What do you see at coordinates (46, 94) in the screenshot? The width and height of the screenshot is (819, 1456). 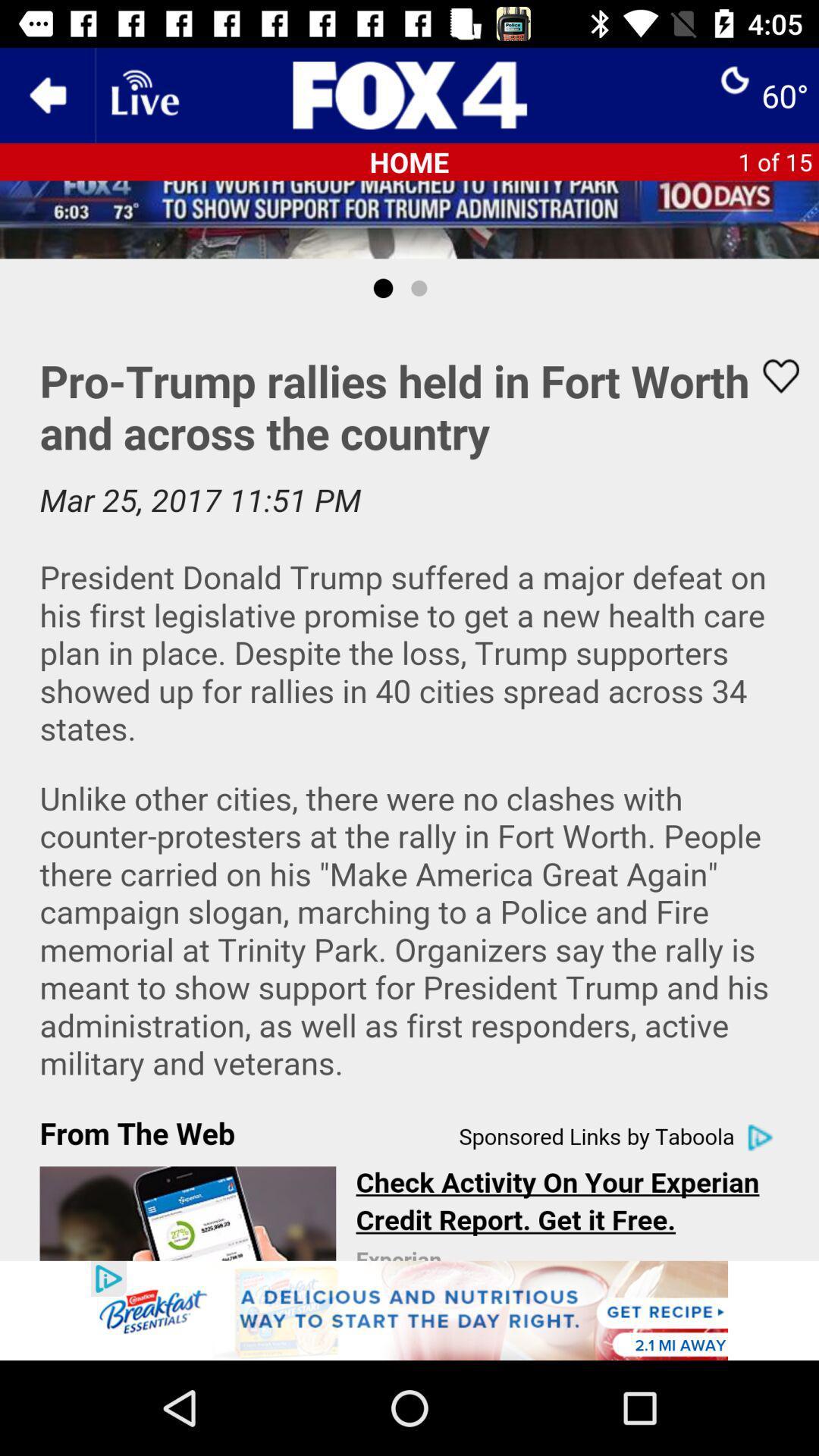 I see `the arrow_backward icon` at bounding box center [46, 94].